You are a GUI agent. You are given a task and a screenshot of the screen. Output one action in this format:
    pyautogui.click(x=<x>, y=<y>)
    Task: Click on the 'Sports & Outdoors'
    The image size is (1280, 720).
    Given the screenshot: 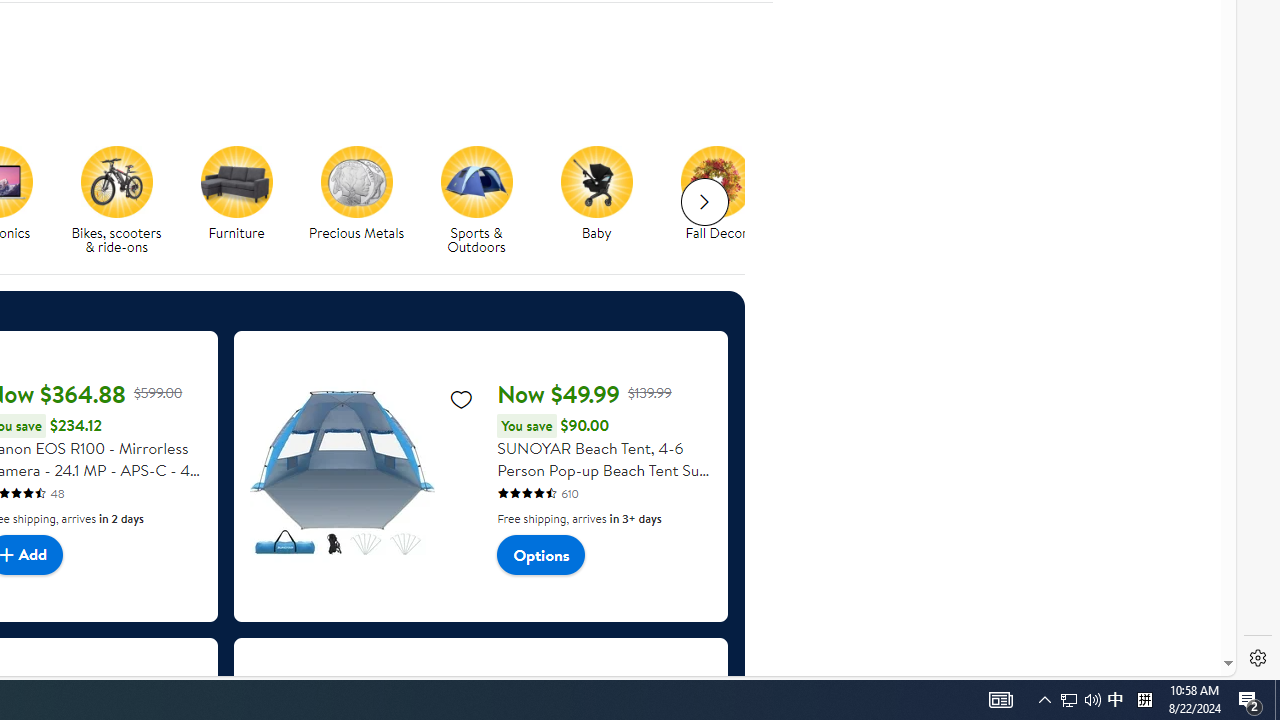 What is the action you would take?
    pyautogui.click(x=475, y=181)
    